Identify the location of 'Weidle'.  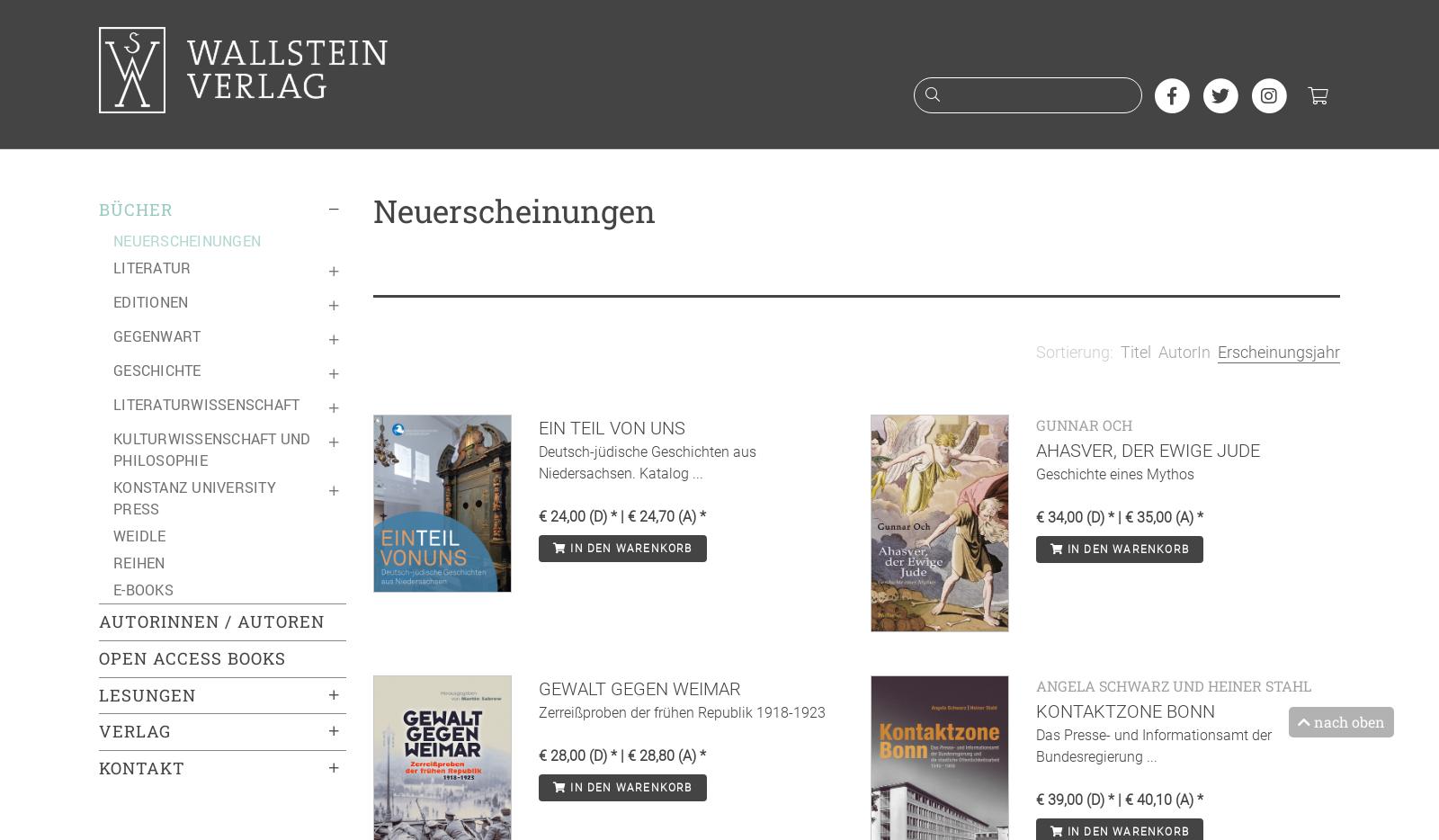
(139, 534).